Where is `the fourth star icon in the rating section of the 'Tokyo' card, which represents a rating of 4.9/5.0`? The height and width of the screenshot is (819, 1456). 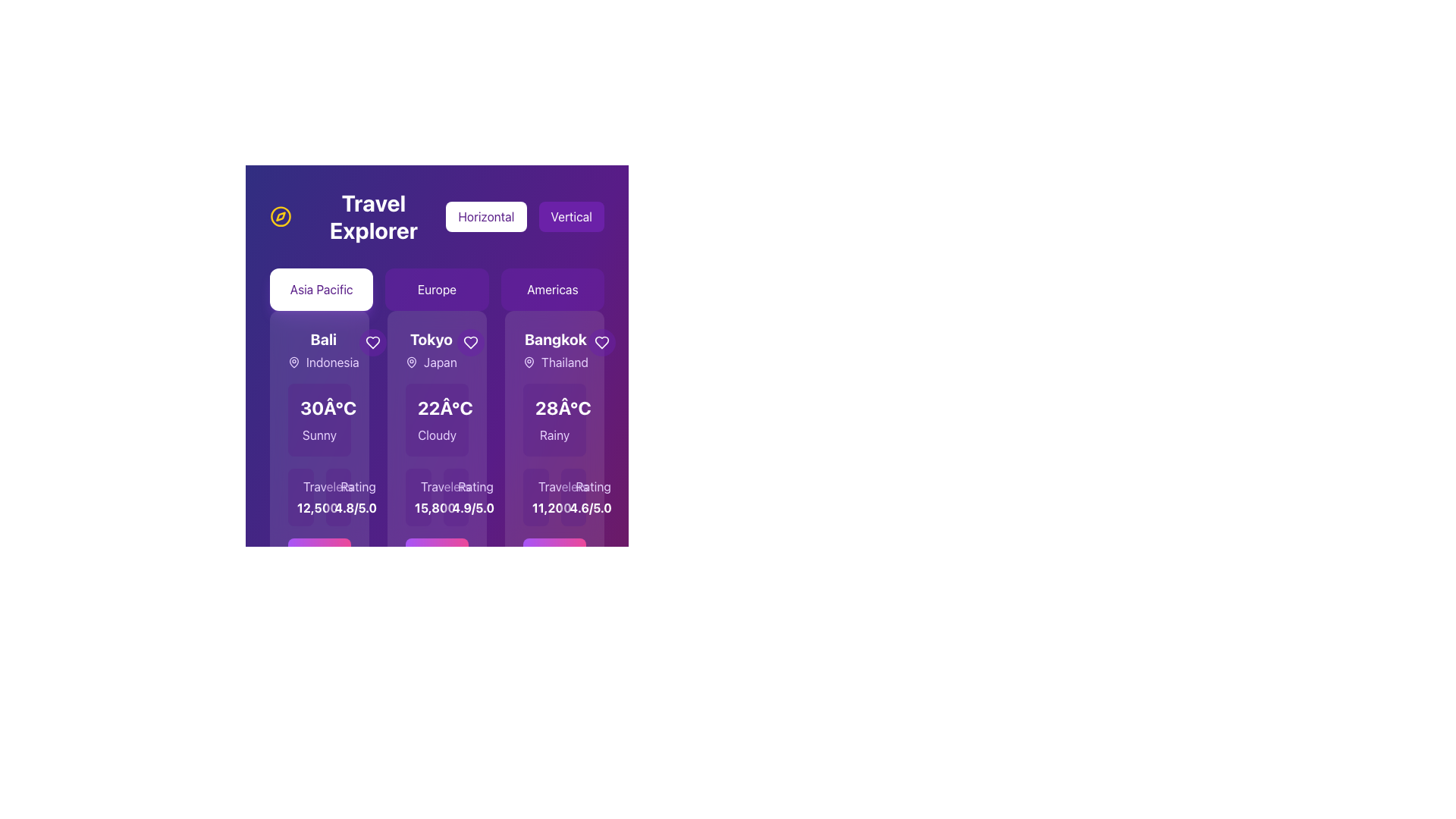
the fourth star icon in the rating section of the 'Tokyo' card, which represents a rating of 4.9/5.0 is located at coordinates (460, 489).